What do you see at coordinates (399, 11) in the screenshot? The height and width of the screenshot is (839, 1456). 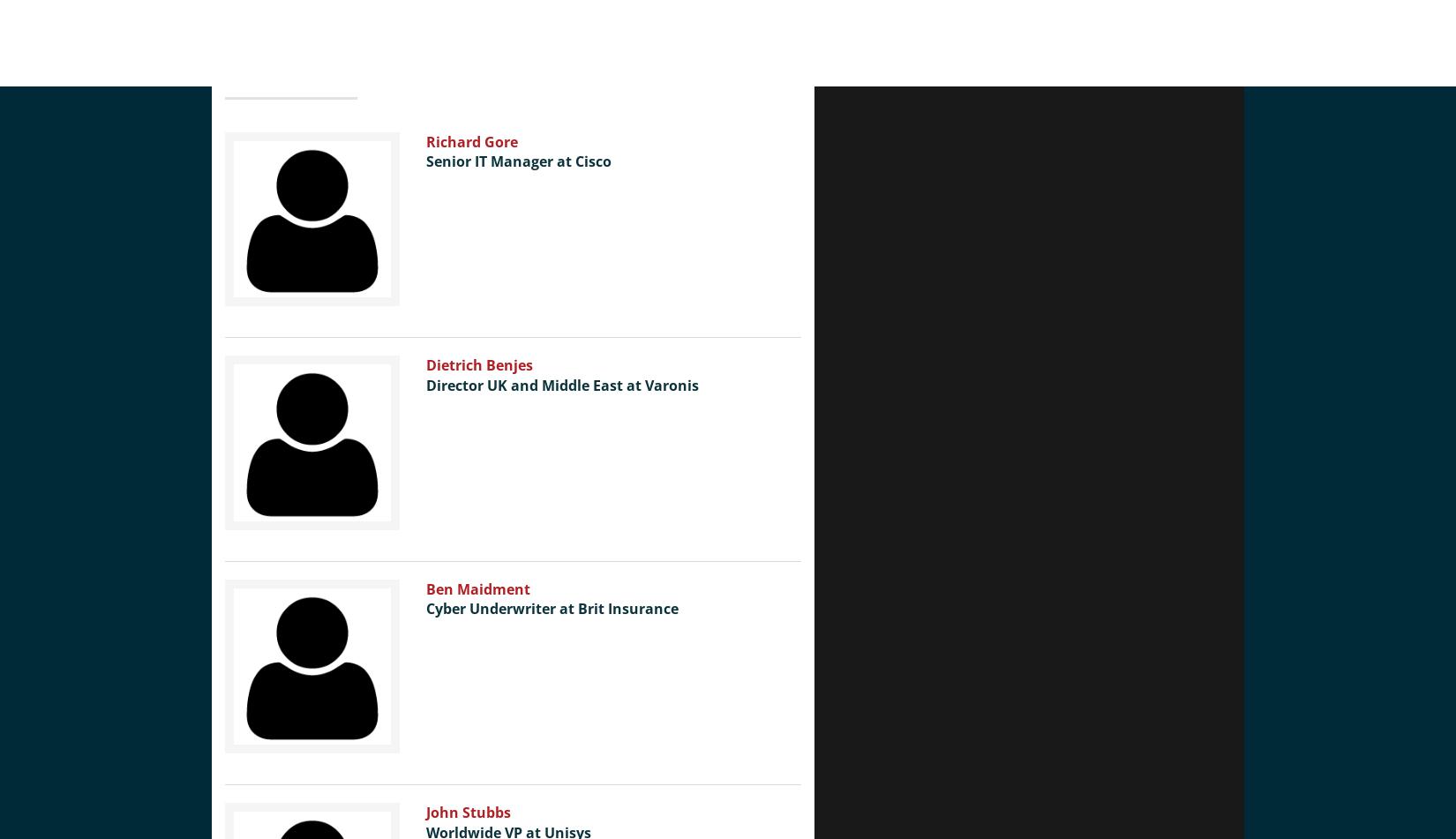 I see `'Close'` at bounding box center [399, 11].